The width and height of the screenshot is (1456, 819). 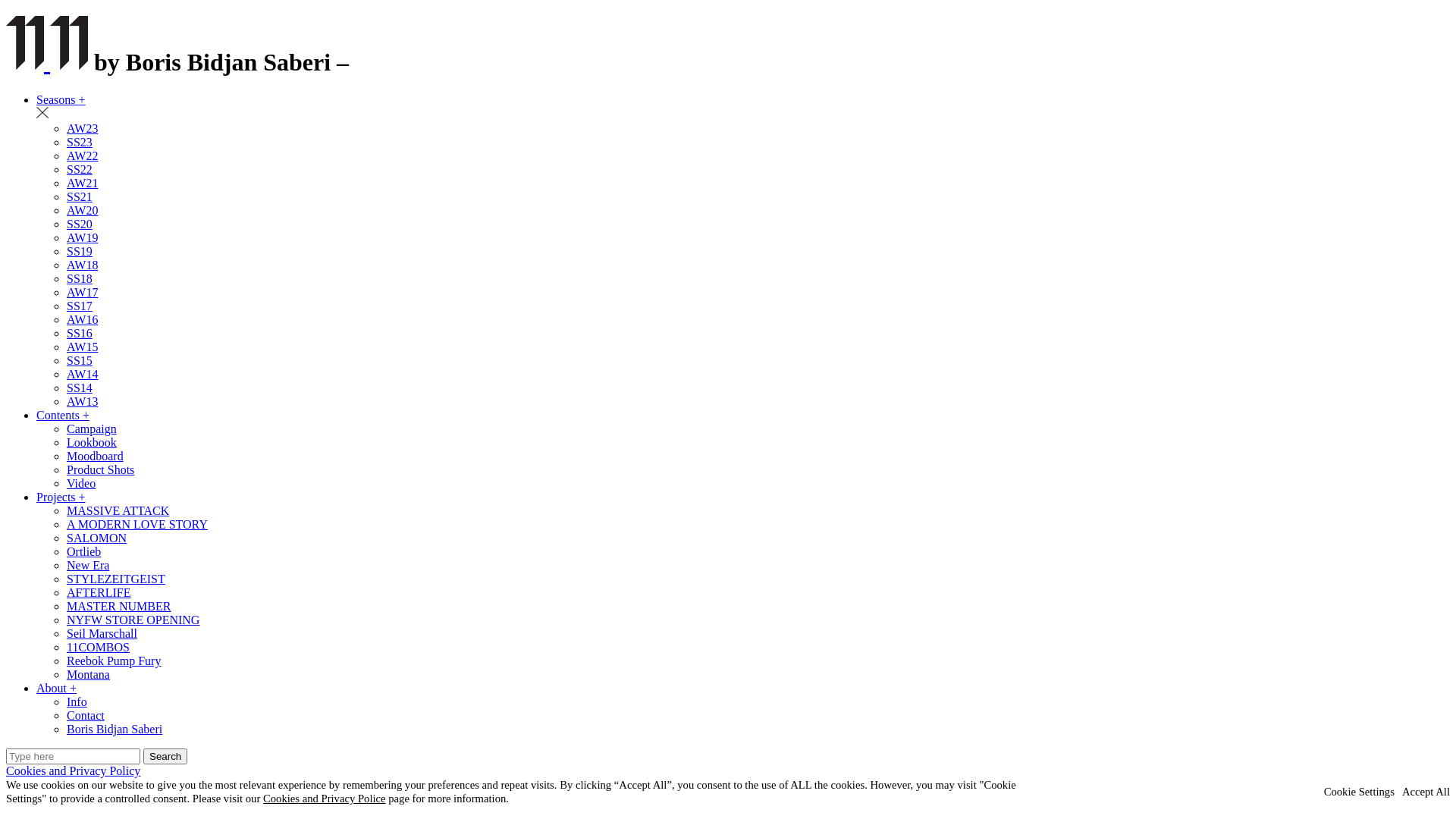 What do you see at coordinates (76, 701) in the screenshot?
I see `'Info'` at bounding box center [76, 701].